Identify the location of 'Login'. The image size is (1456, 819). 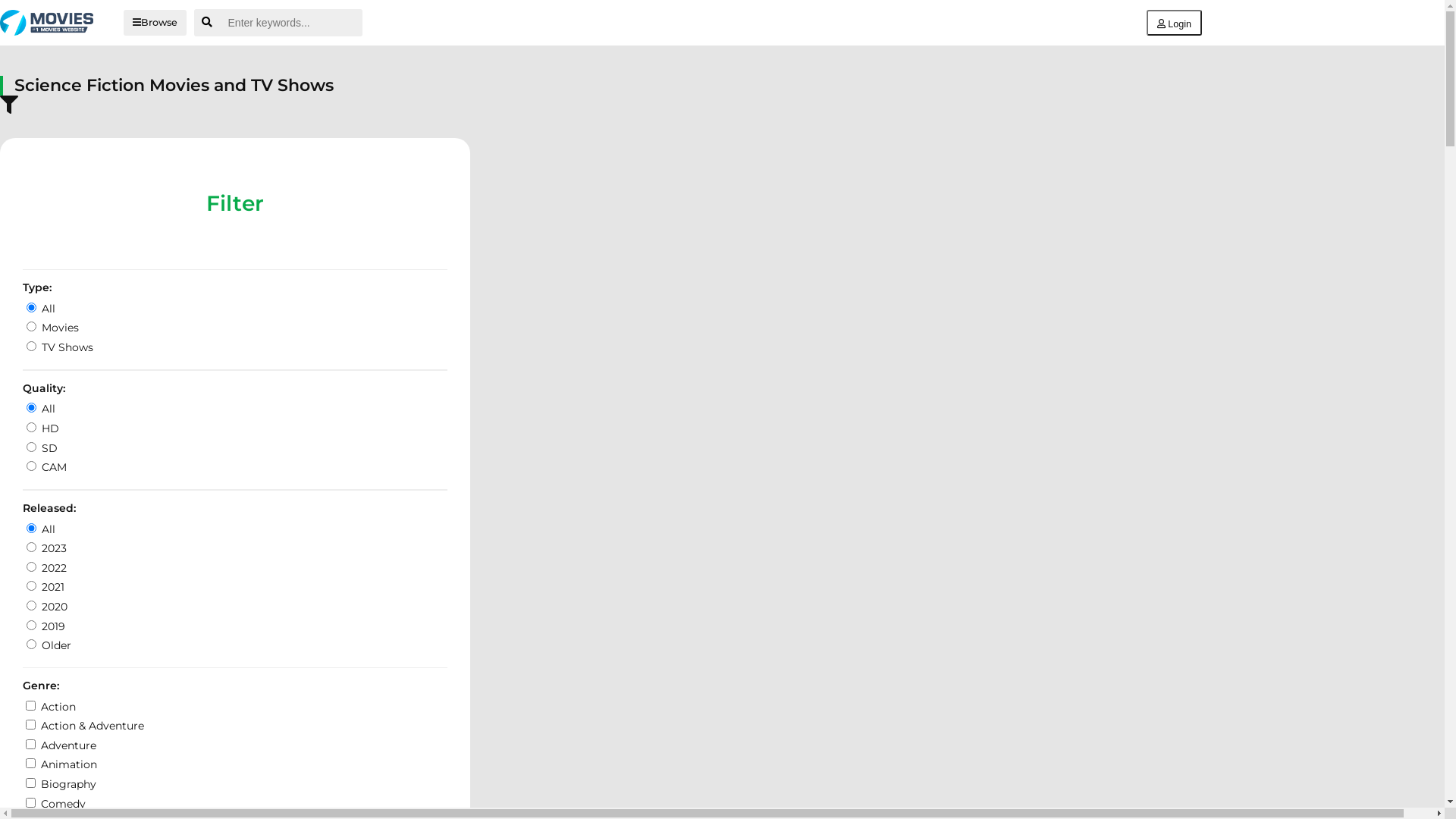
(1173, 23).